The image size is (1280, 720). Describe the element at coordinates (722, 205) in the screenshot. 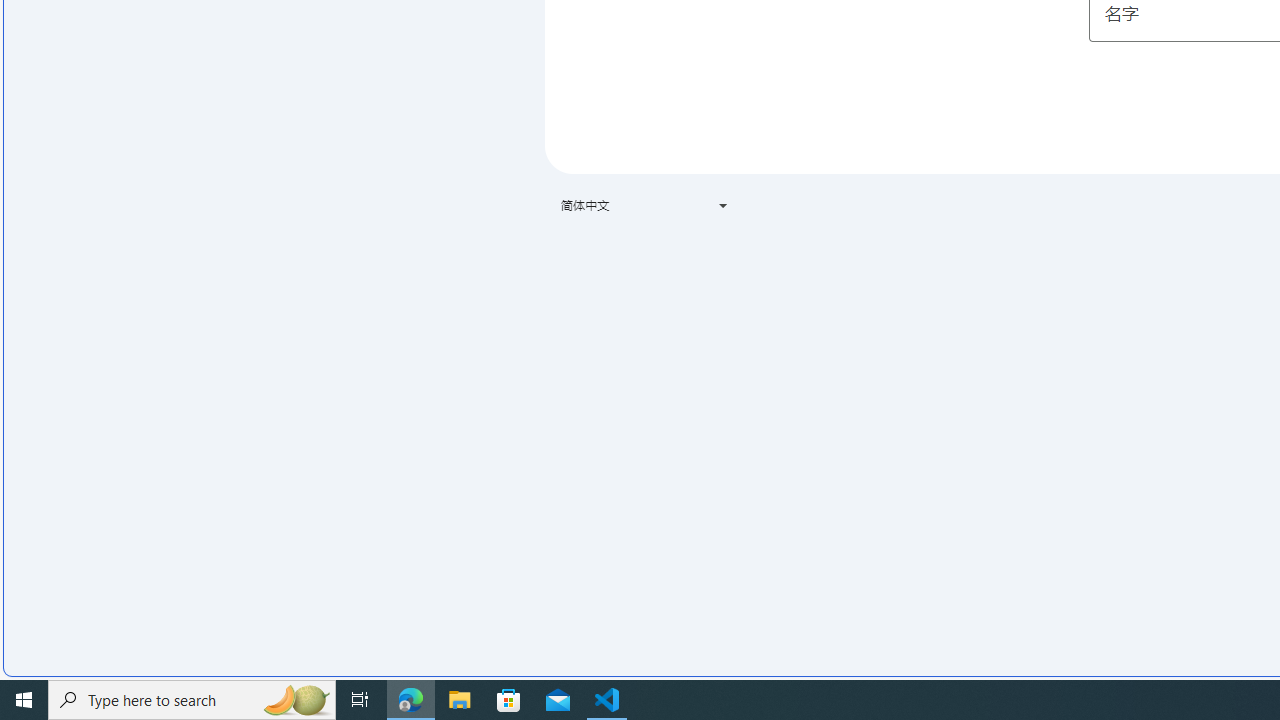

I see `'Class: VfPpkd-t08AT-Bz112c-Bd00G'` at that location.